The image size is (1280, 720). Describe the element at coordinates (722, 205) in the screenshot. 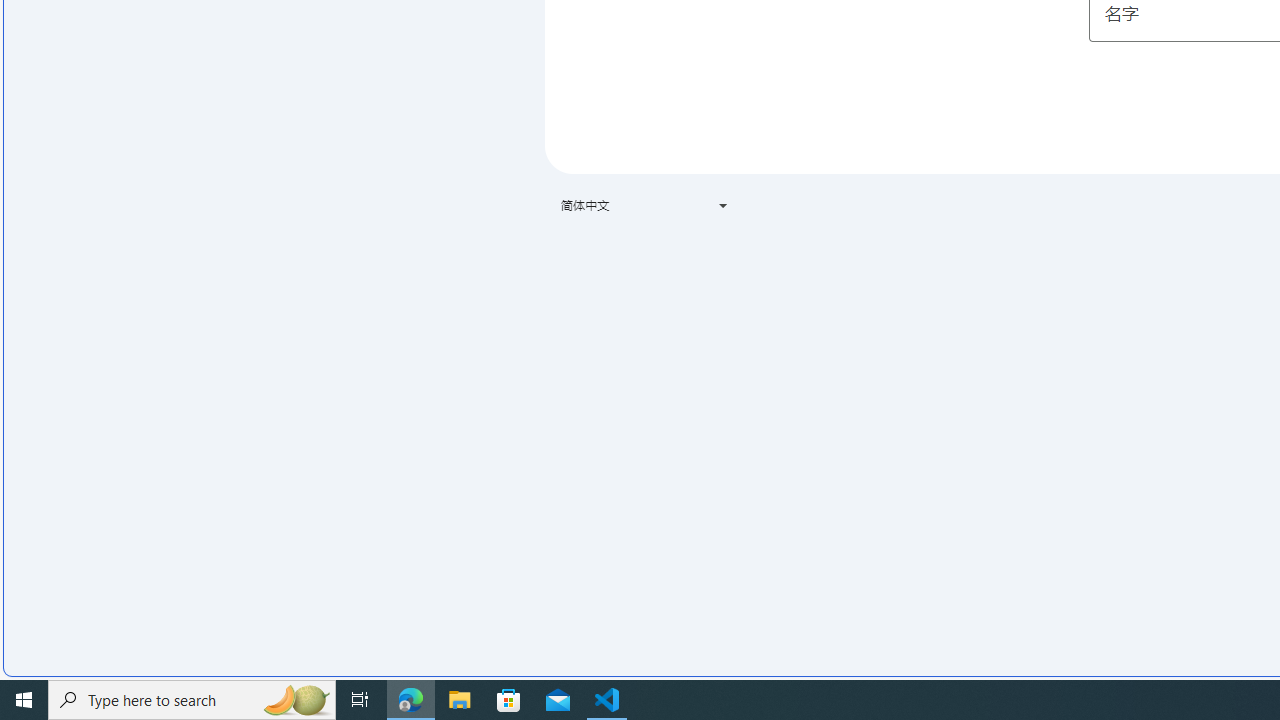

I see `'Class: VfPpkd-t08AT-Bz112c-Bd00G'` at that location.